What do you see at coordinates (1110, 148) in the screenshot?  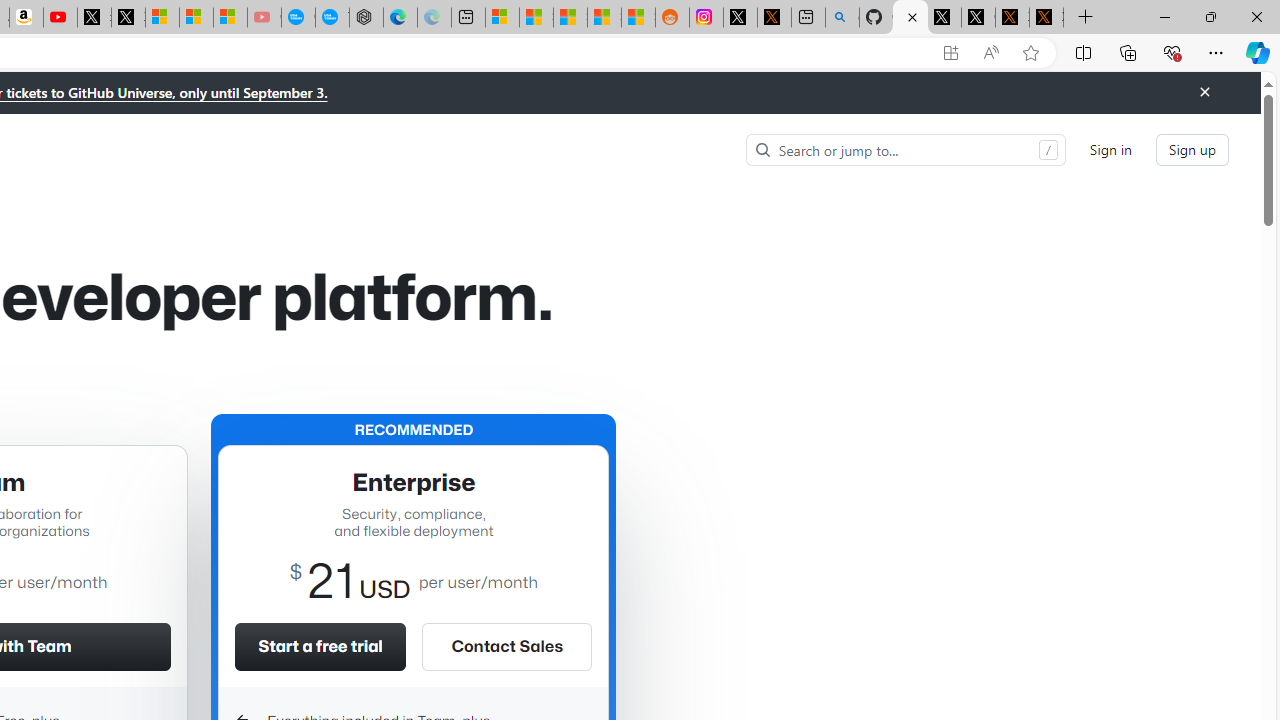 I see `'Sign in'` at bounding box center [1110, 148].